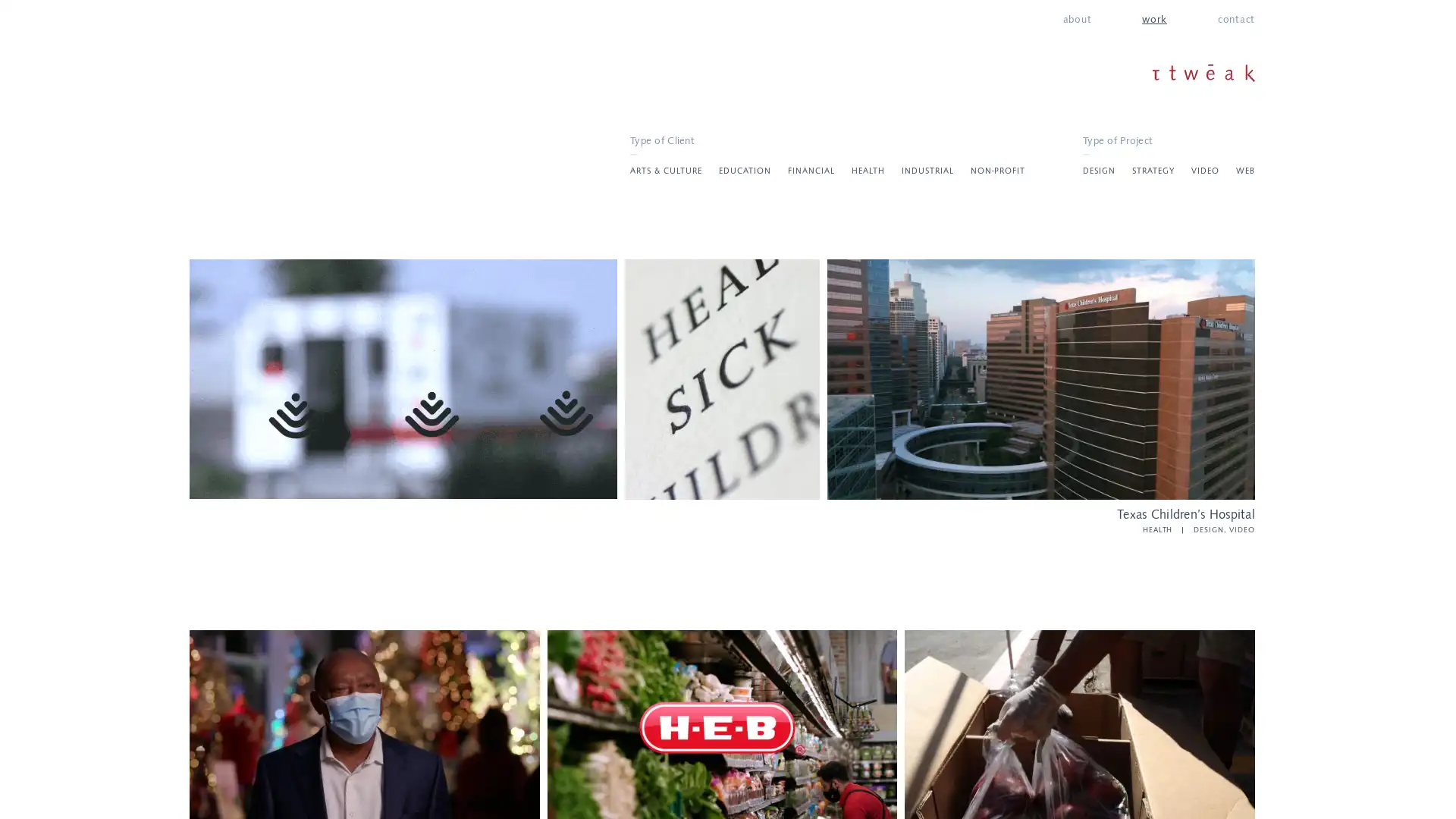  What do you see at coordinates (1099, 171) in the screenshot?
I see `DESIGN` at bounding box center [1099, 171].